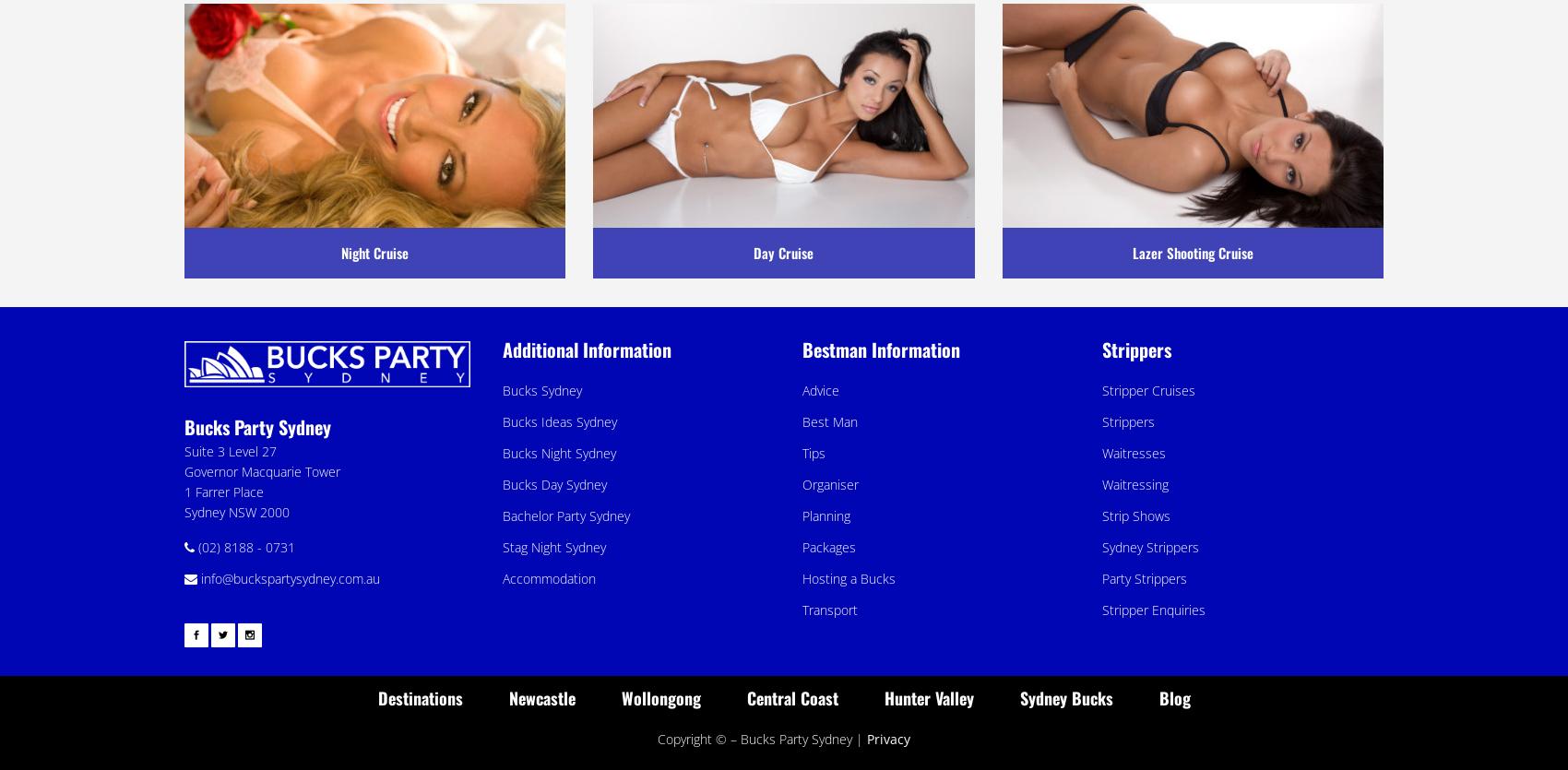 Image resolution: width=1568 pixels, height=770 pixels. Describe the element at coordinates (829, 421) in the screenshot. I see `'Best Man'` at that location.